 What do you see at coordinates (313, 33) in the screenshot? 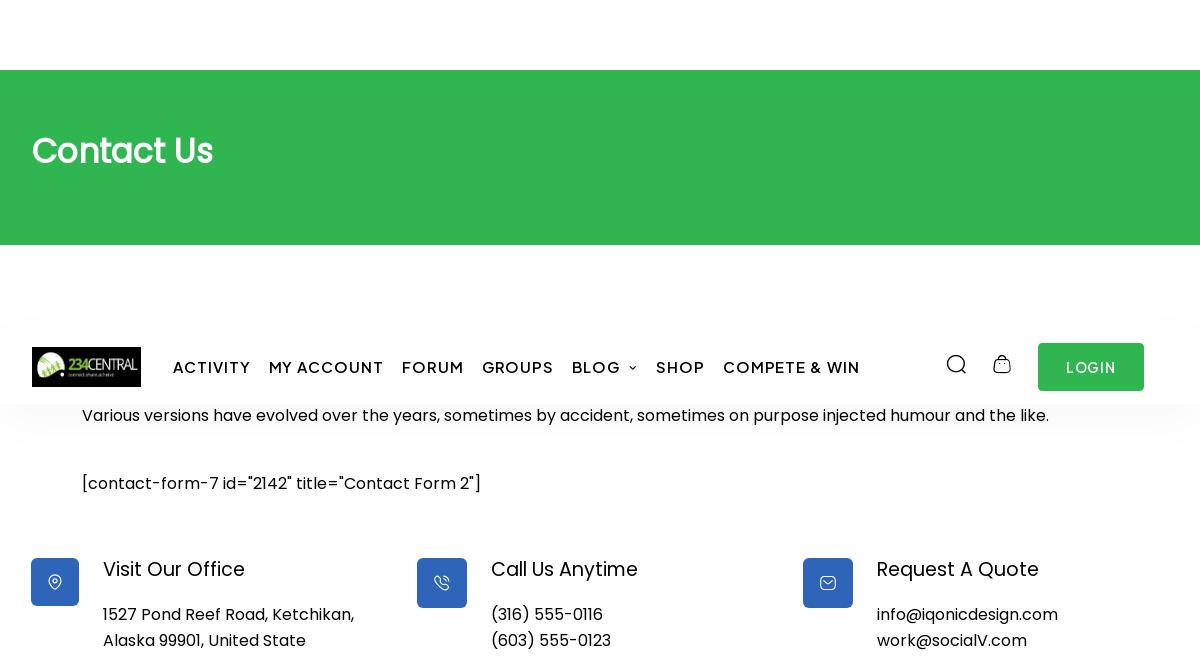
I see `'Have Any Questions For Us ?'` at bounding box center [313, 33].